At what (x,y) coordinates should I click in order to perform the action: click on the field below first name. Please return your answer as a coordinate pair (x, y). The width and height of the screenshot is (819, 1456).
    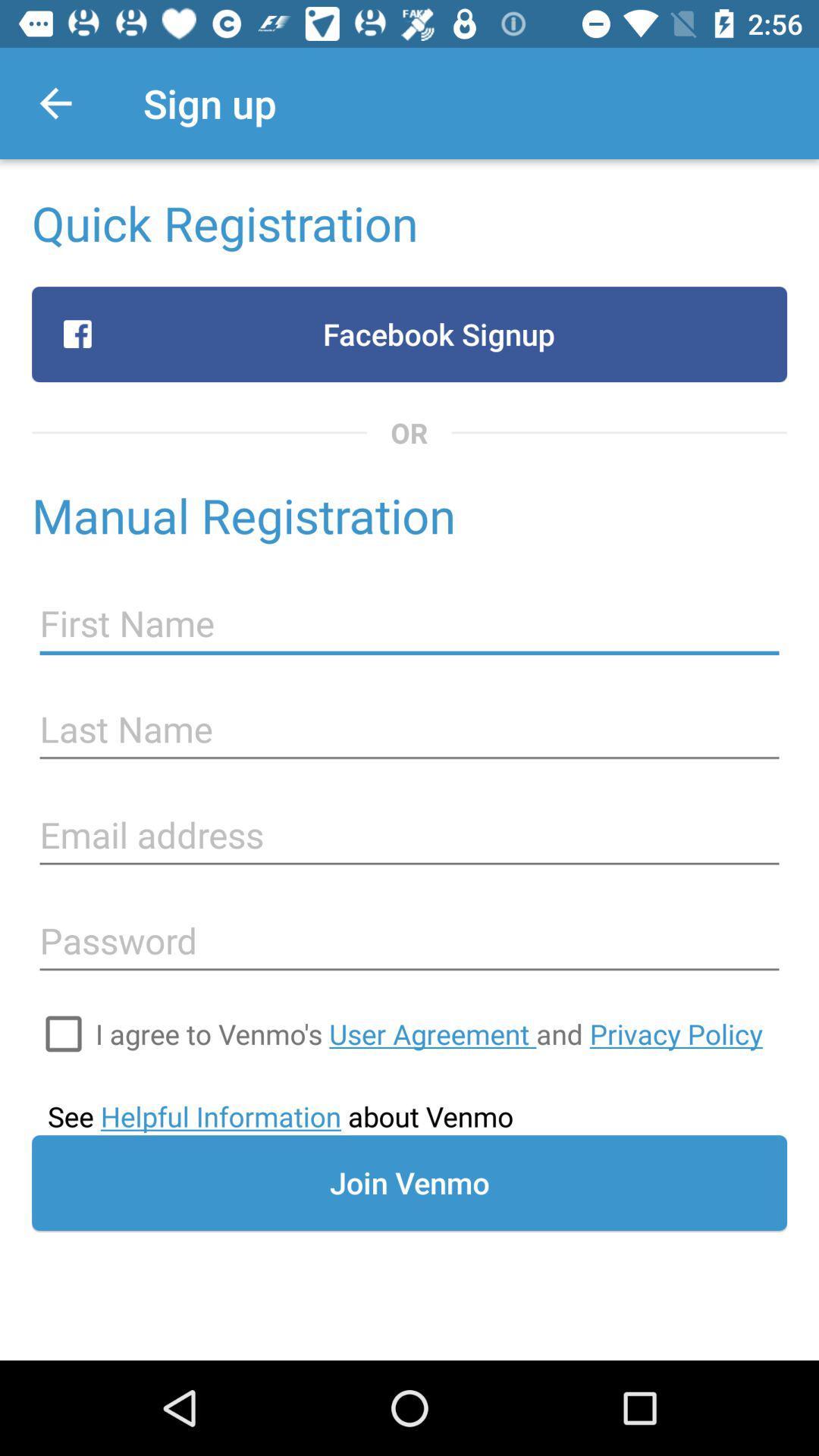
    Looking at the image, I should click on (409, 730).